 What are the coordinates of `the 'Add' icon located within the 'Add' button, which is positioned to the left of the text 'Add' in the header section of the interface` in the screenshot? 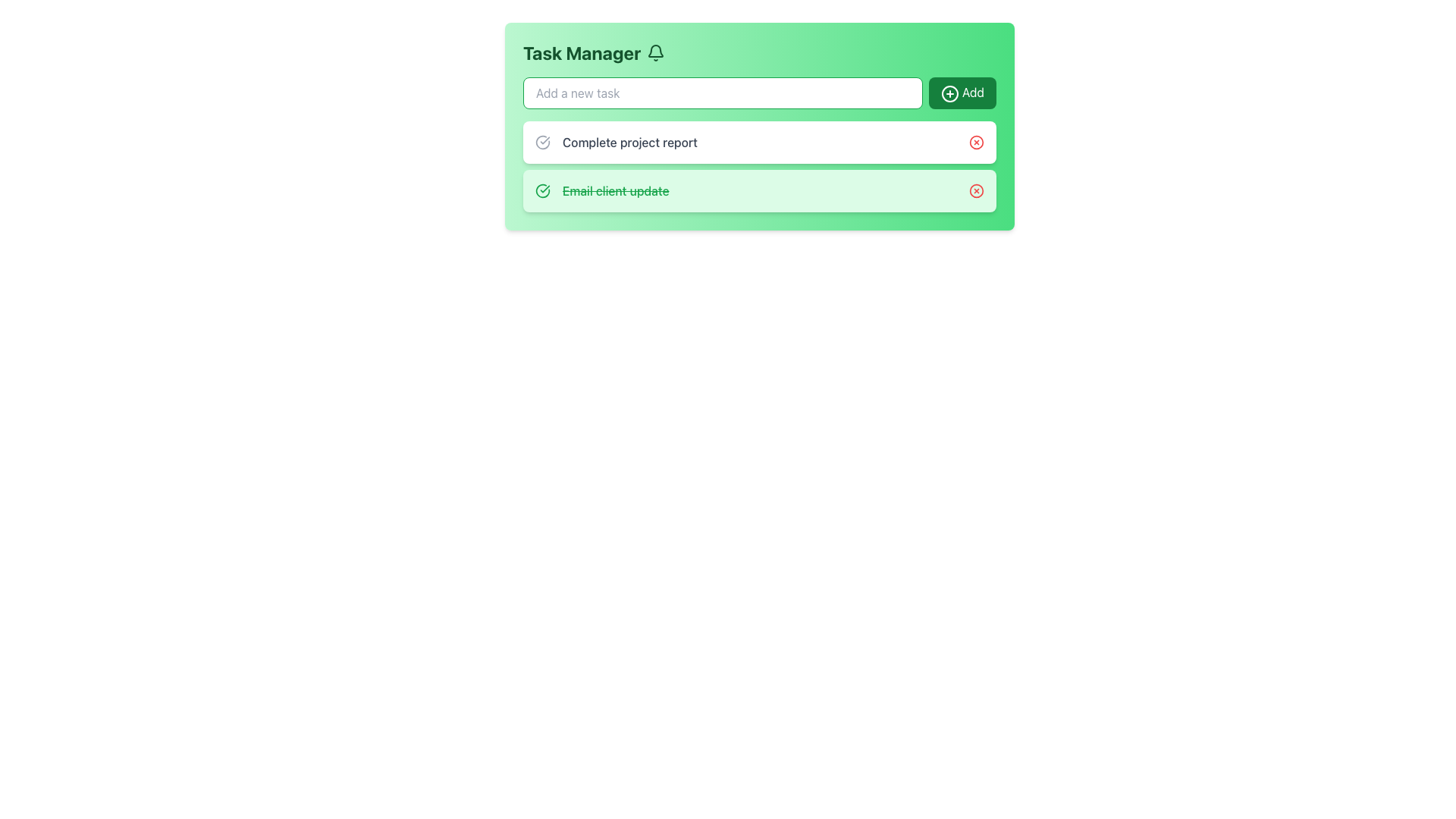 It's located at (949, 93).